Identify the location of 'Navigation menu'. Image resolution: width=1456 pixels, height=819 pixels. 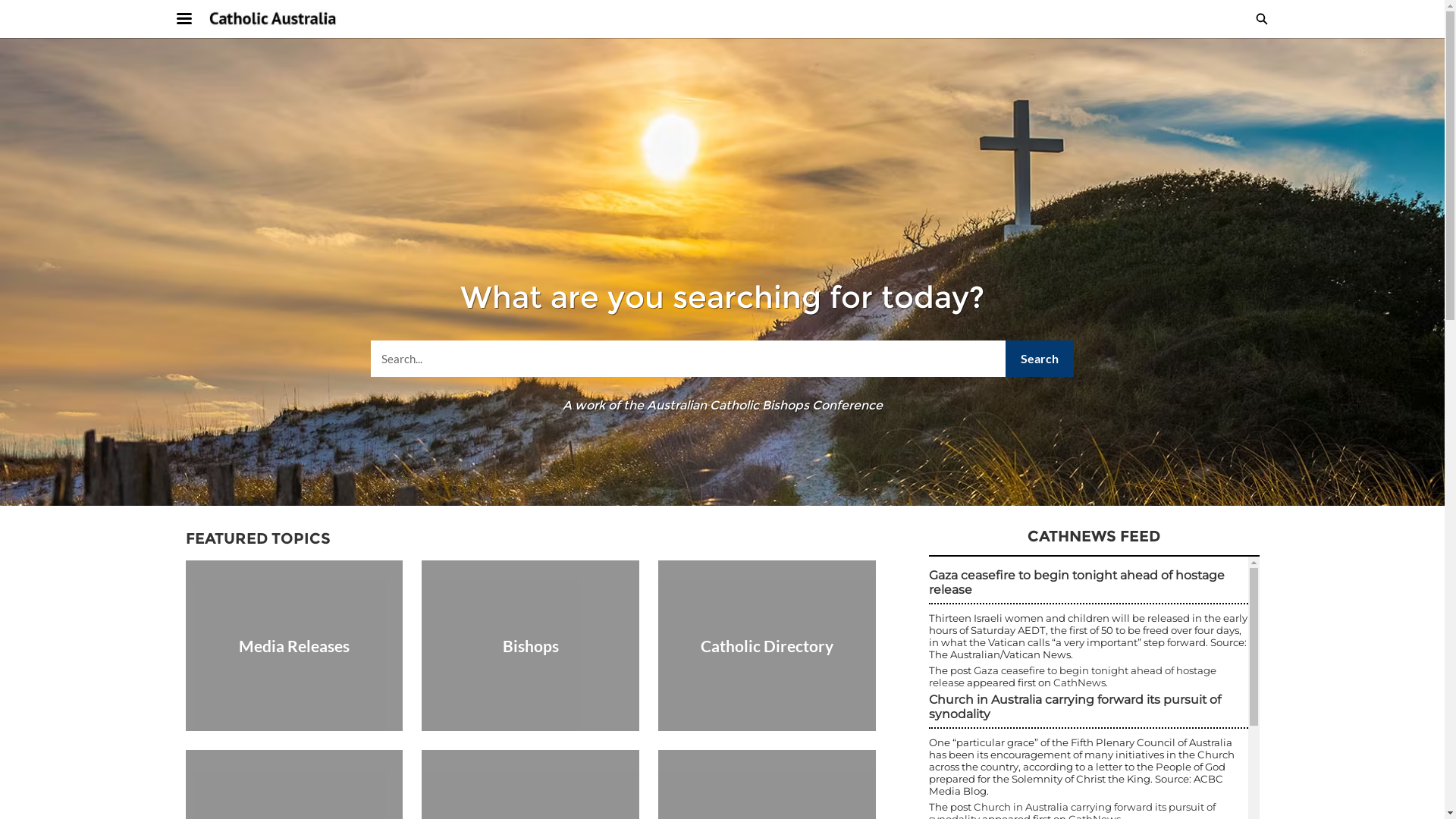
(175, 18).